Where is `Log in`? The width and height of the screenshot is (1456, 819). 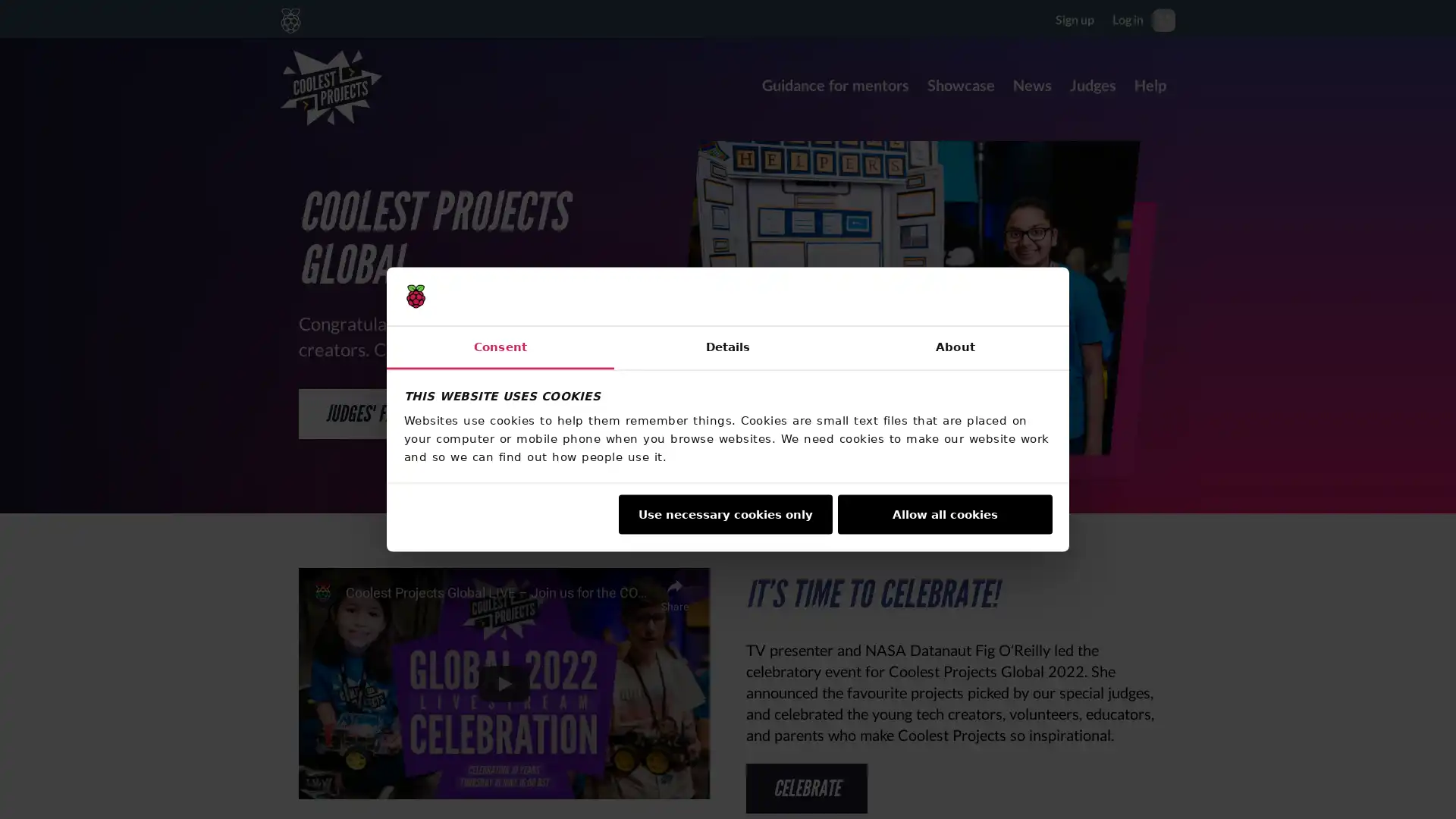
Log in is located at coordinates (1128, 18).